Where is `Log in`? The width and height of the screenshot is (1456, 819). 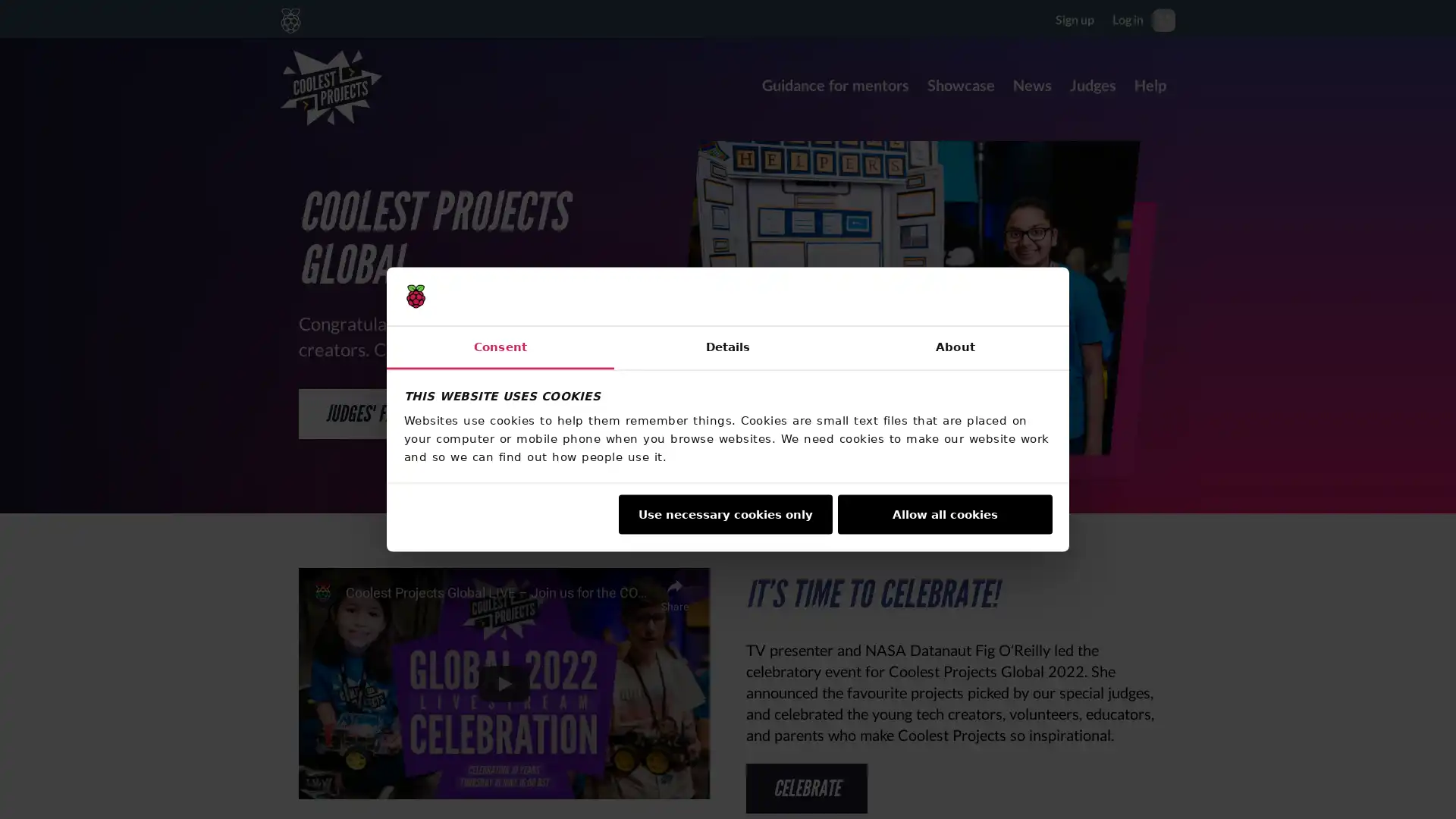
Log in is located at coordinates (1128, 18).